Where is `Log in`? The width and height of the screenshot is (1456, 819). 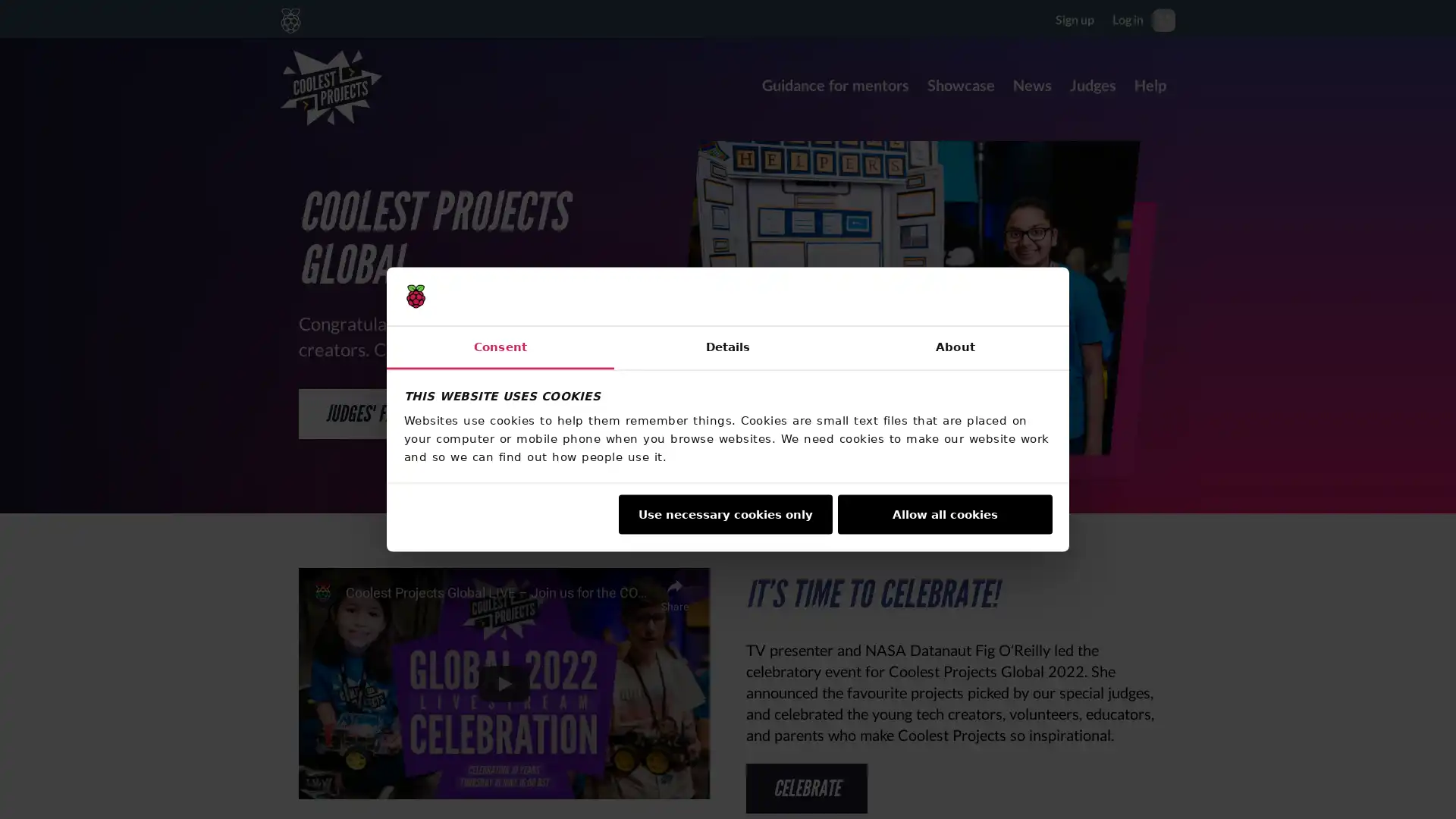
Log in is located at coordinates (1128, 18).